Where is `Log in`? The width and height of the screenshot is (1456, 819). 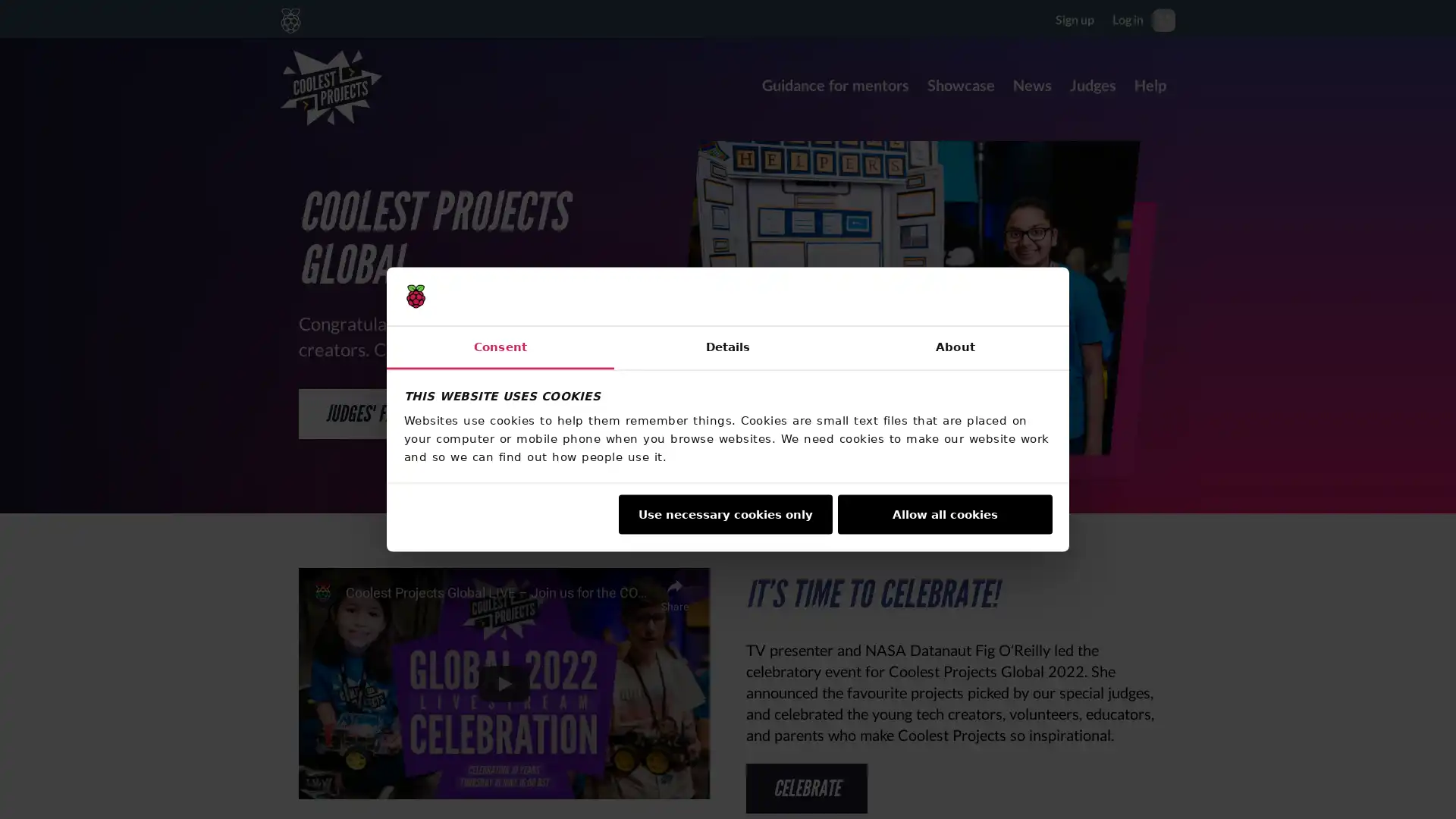
Log in is located at coordinates (1128, 18).